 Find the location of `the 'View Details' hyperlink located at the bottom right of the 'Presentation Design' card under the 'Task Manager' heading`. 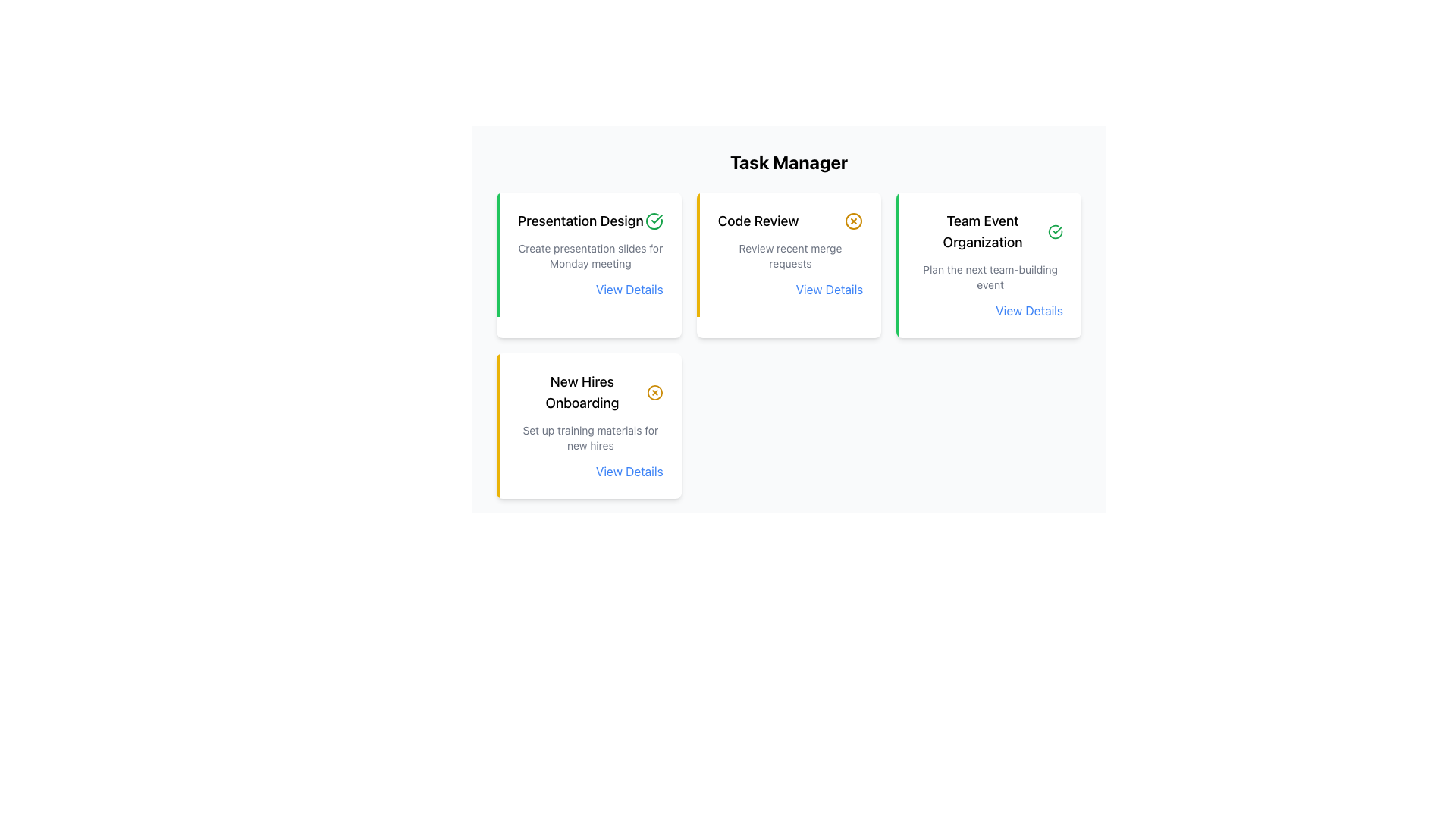

the 'View Details' hyperlink located at the bottom right of the 'Presentation Design' card under the 'Task Manager' heading is located at coordinates (589, 289).